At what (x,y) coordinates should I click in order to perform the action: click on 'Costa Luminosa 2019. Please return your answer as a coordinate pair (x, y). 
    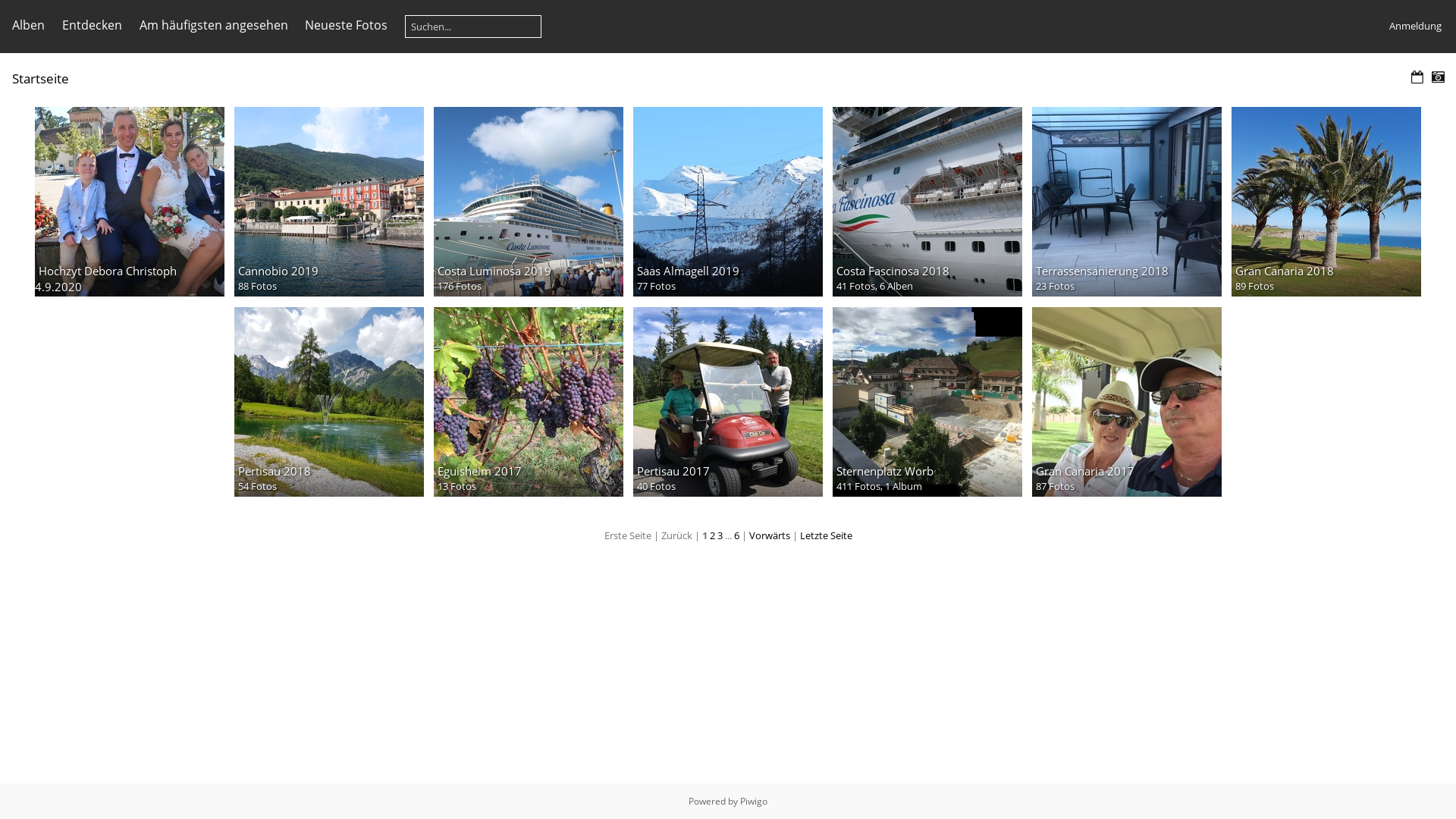
    Looking at the image, I should click on (528, 201).